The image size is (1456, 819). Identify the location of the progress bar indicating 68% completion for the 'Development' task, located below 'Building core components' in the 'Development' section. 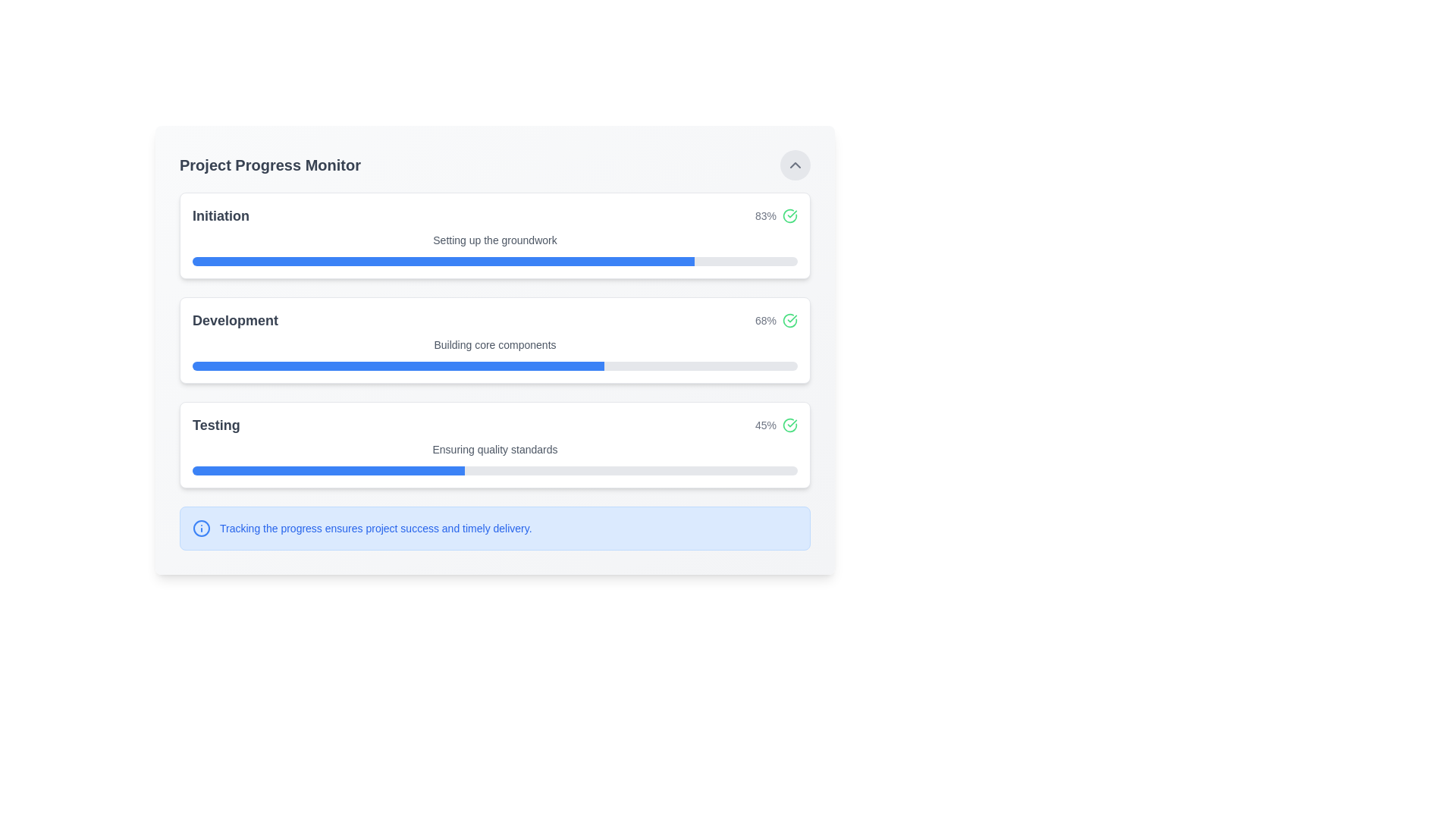
(494, 366).